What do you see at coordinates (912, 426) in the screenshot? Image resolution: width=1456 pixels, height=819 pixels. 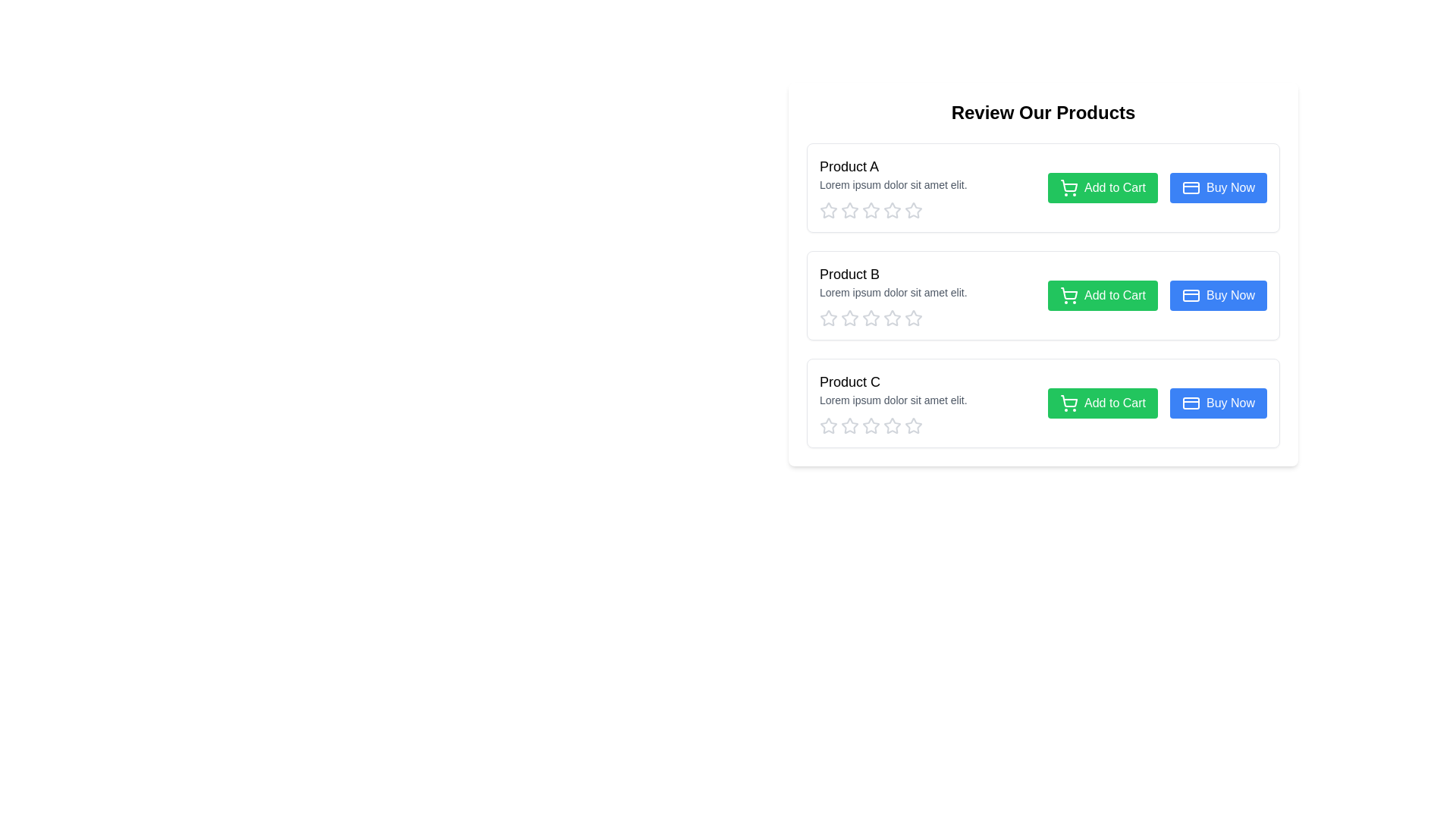 I see `the fifth empty rating star icon, which is styled in light gray and is located below the product information for 'Product C', to rate it` at bounding box center [912, 426].